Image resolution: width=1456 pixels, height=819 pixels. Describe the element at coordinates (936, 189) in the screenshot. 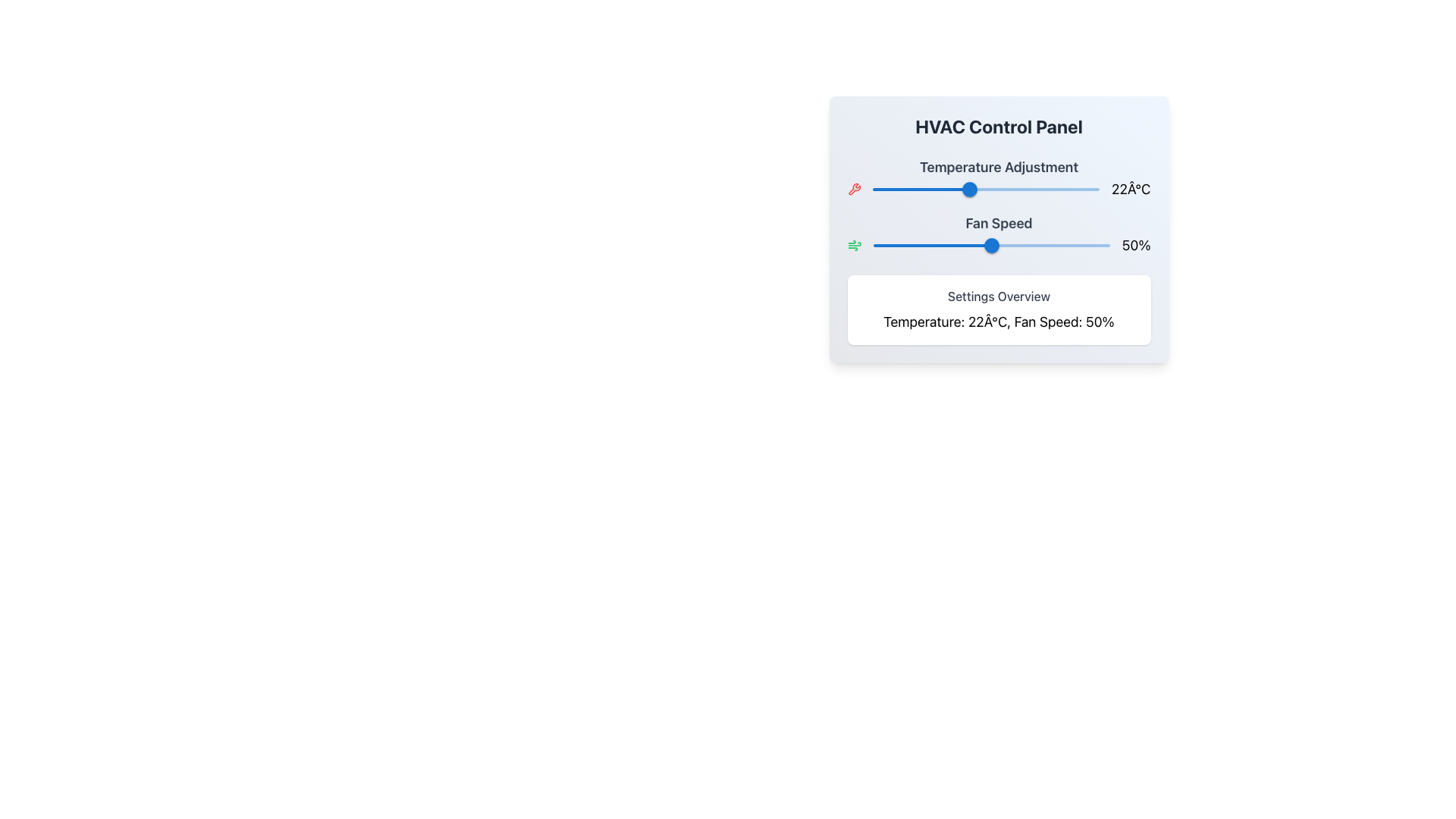

I see `the temperature slider` at that location.